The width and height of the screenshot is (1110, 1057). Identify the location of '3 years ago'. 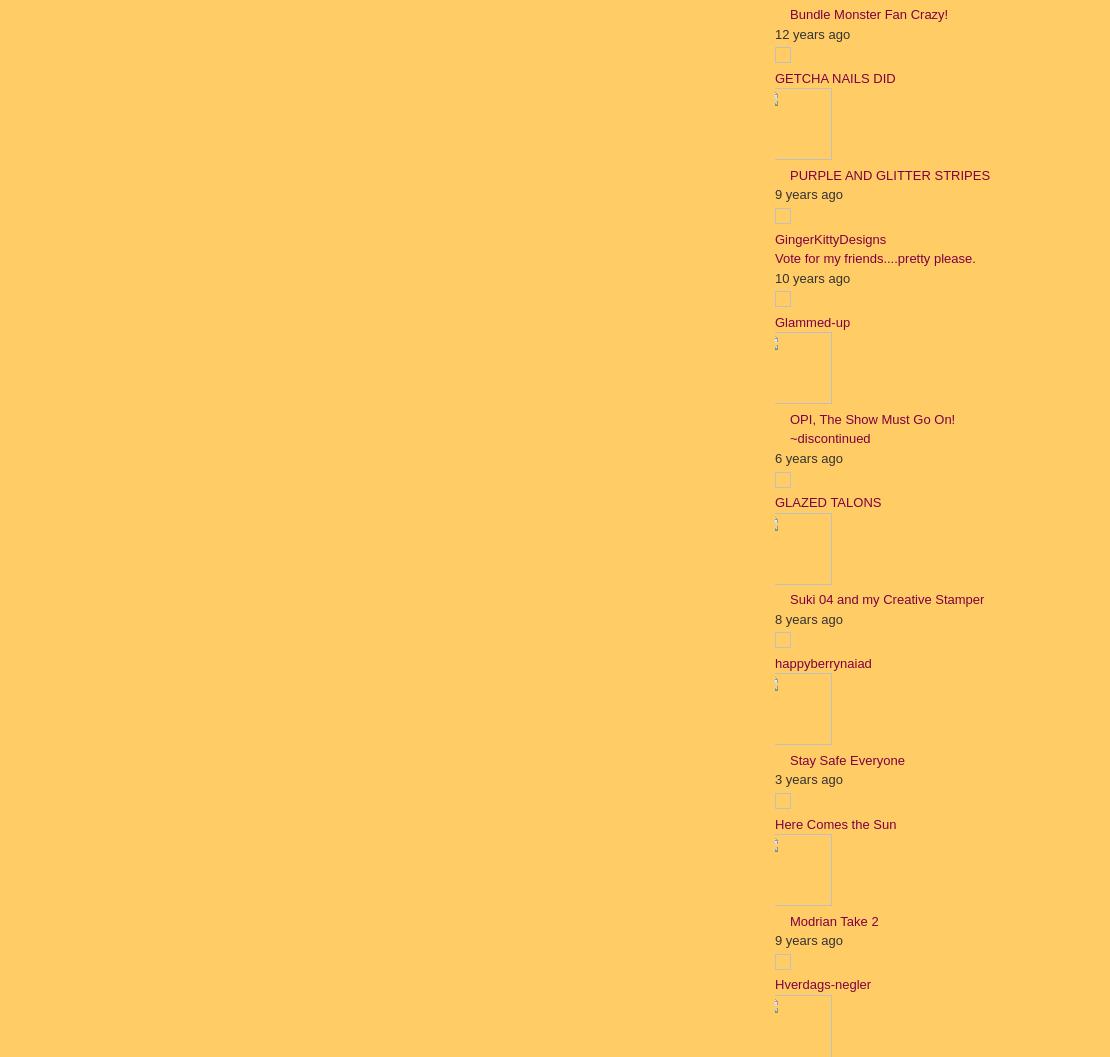
(774, 779).